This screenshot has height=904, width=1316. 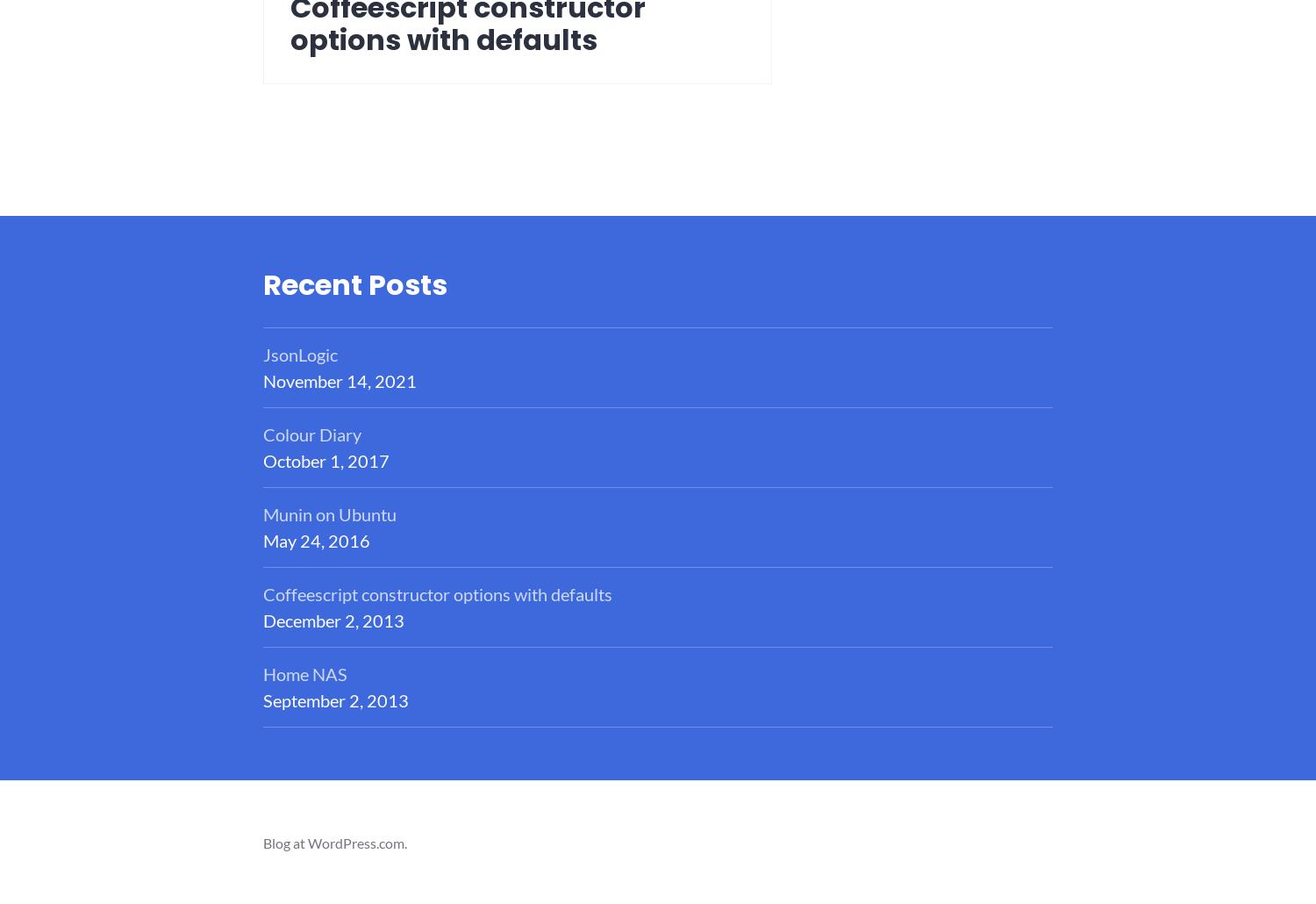 What do you see at coordinates (263, 460) in the screenshot?
I see `'October 1, 2017'` at bounding box center [263, 460].